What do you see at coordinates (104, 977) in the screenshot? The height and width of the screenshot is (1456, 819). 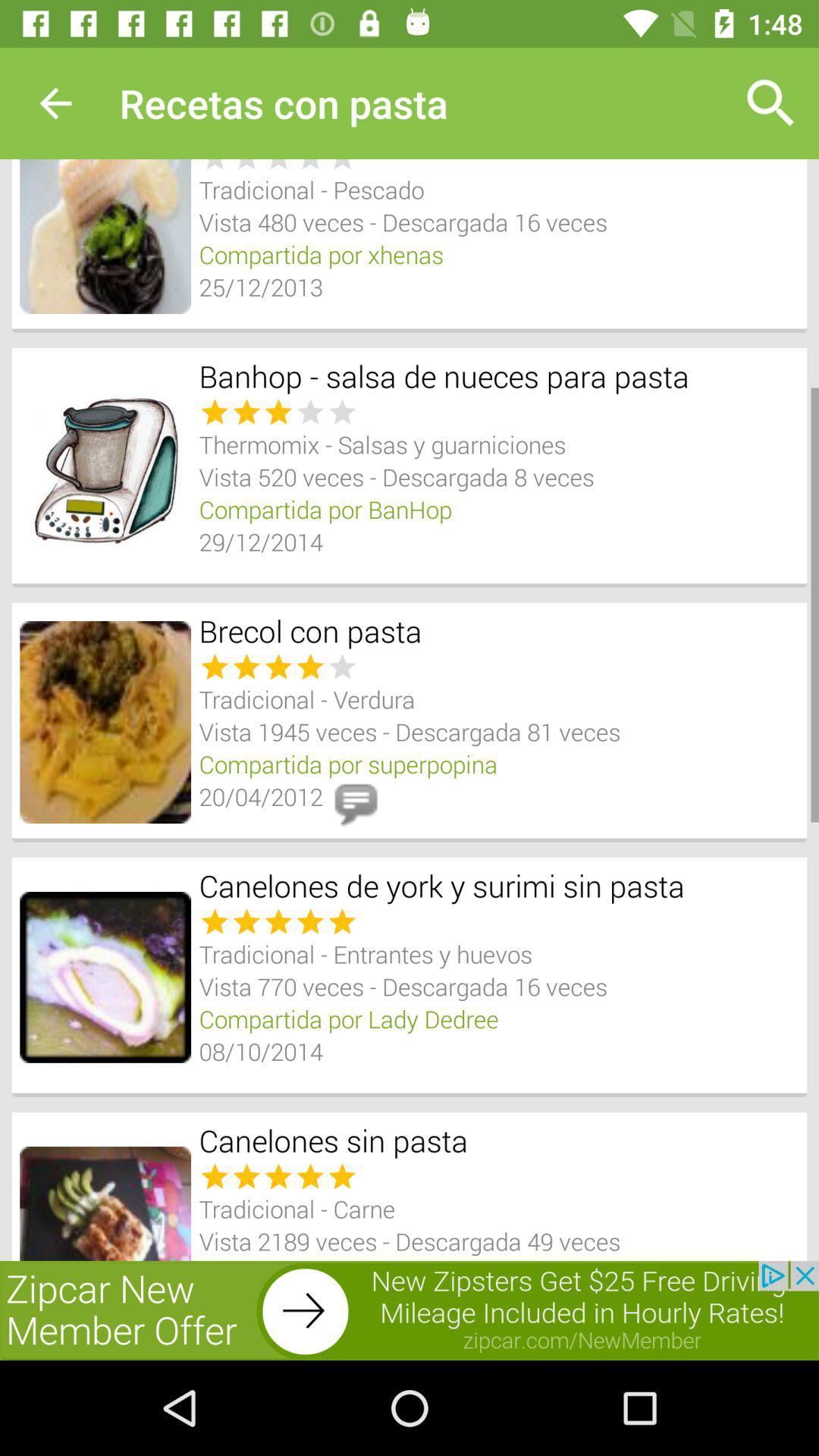 I see `the image beside canelones de york y surimi sin pasta` at bounding box center [104, 977].